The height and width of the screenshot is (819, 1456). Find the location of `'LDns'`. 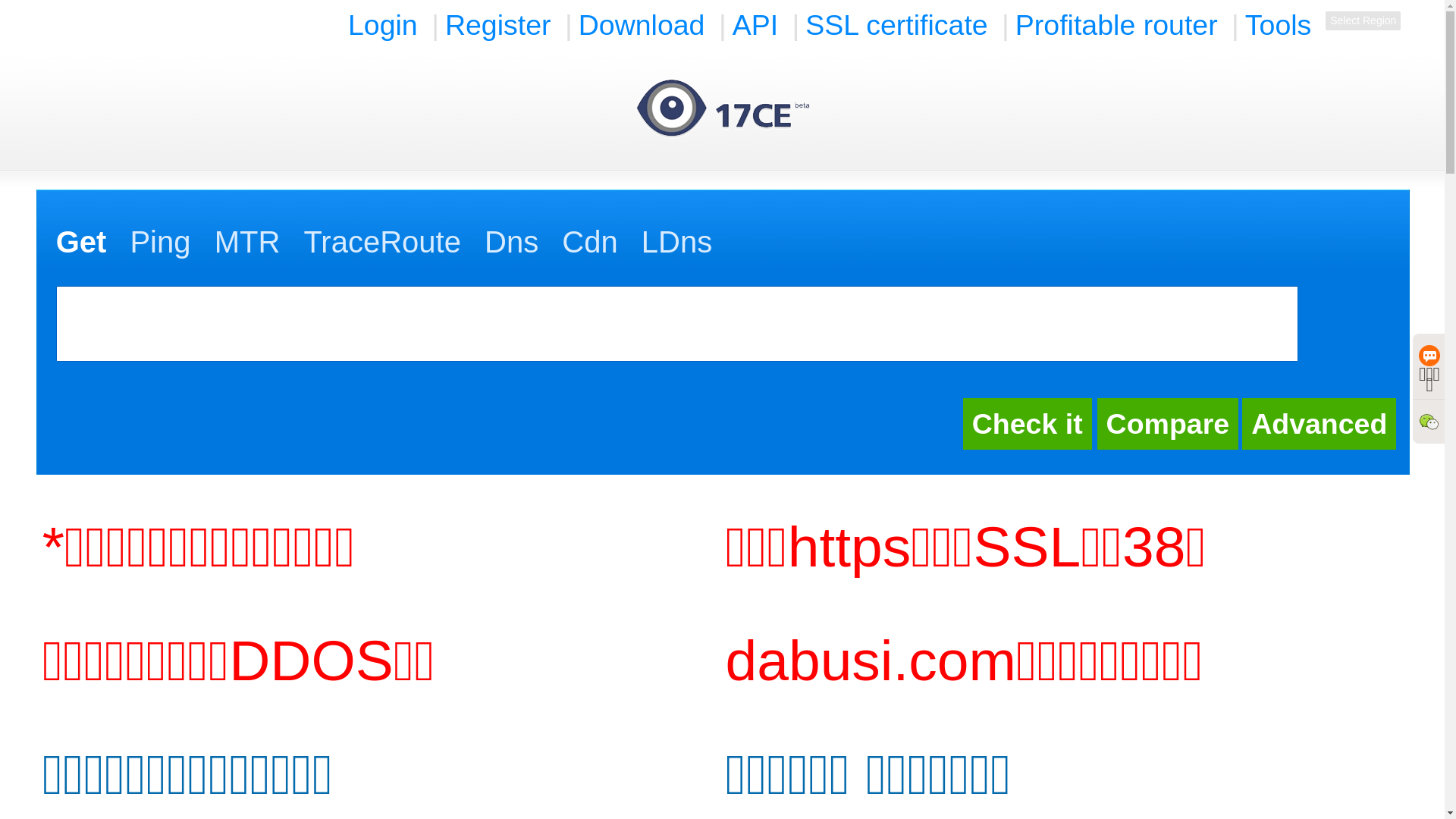

'LDns' is located at coordinates (641, 241).